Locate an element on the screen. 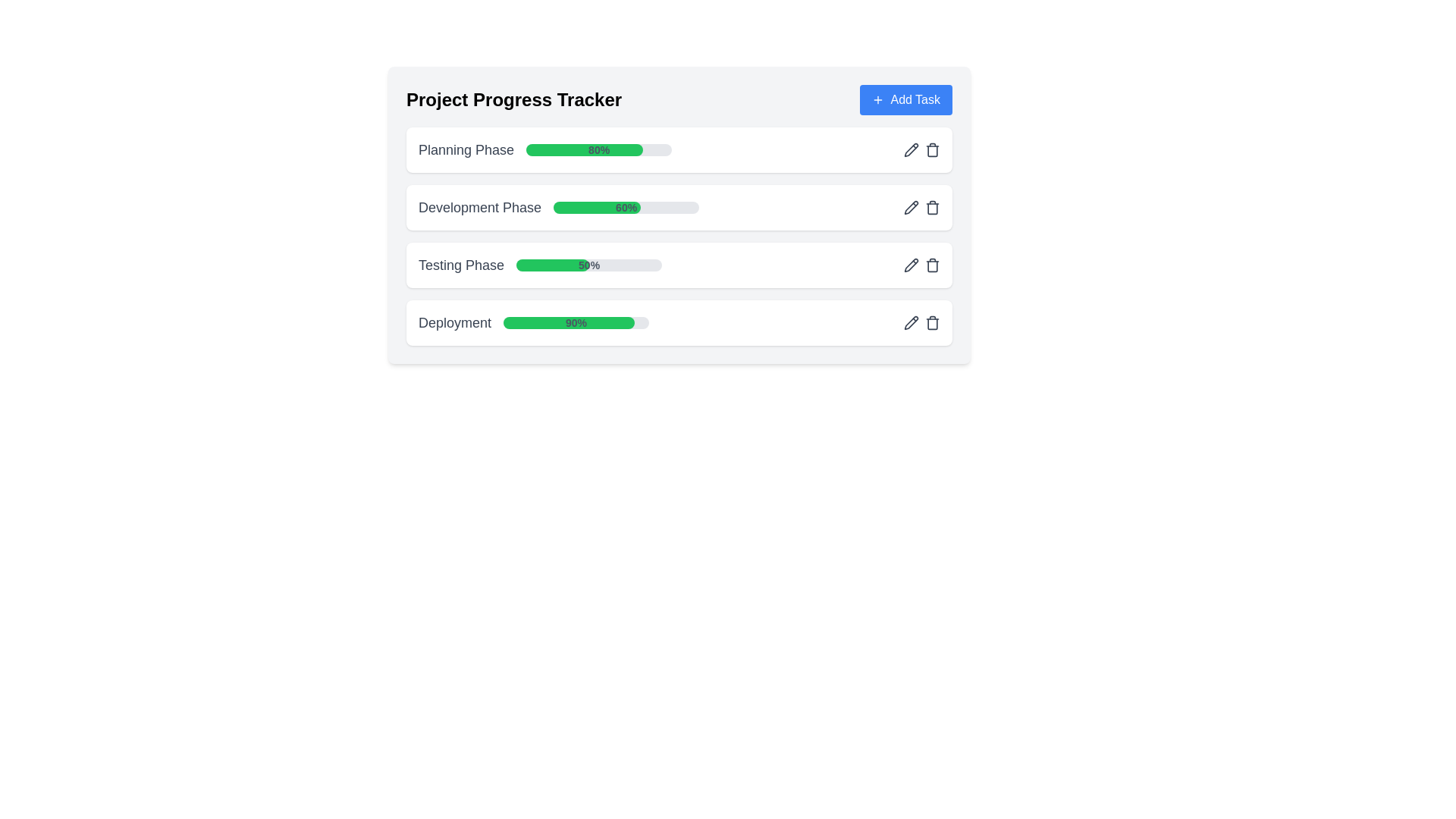  the filled segment of the progress bar indicating 90% completion in the 'Deployment' row of the progress tracker layout is located at coordinates (568, 322).